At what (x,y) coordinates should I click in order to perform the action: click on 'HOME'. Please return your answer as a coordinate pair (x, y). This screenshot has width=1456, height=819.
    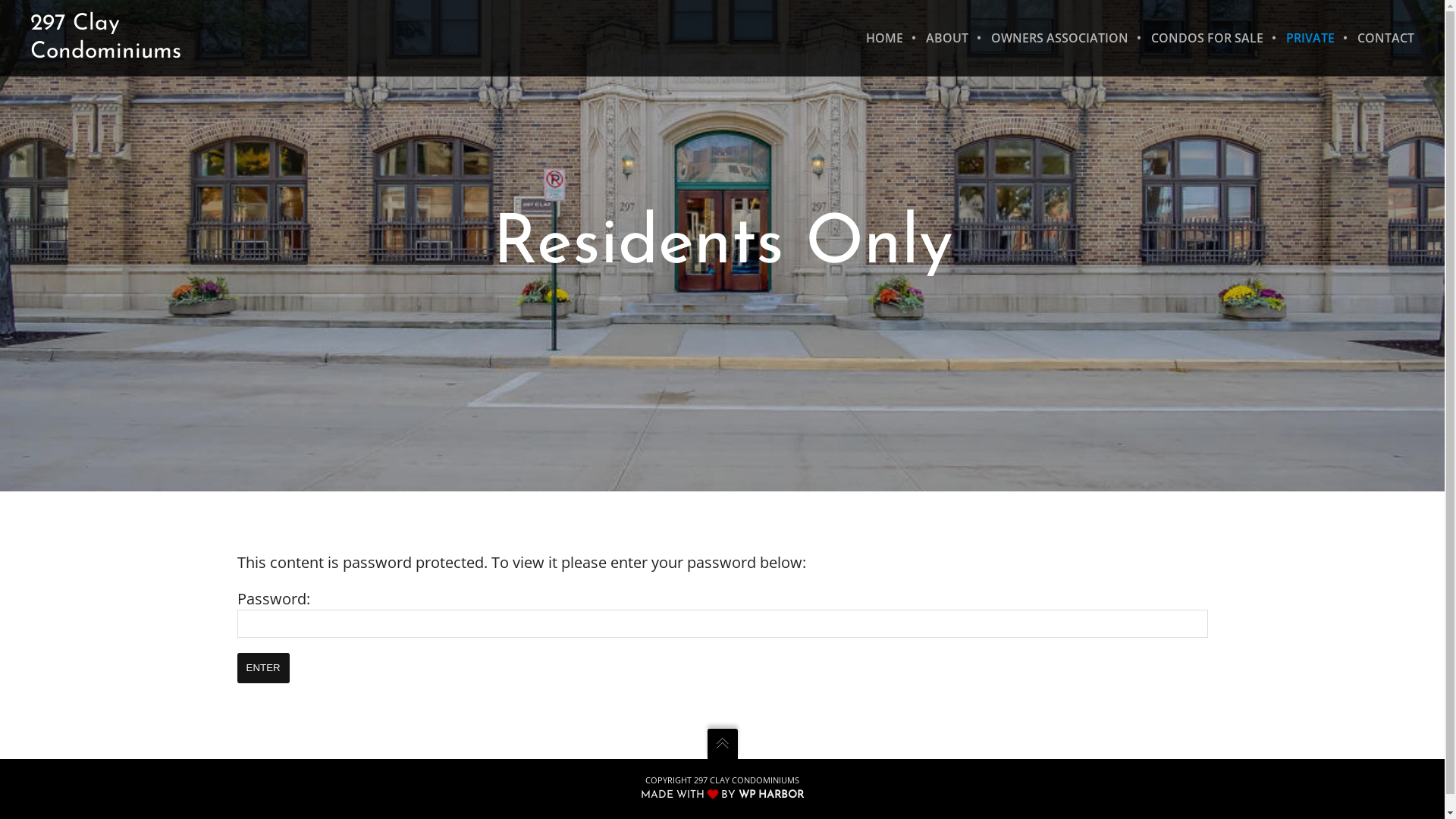
    Looking at the image, I should click on (884, 37).